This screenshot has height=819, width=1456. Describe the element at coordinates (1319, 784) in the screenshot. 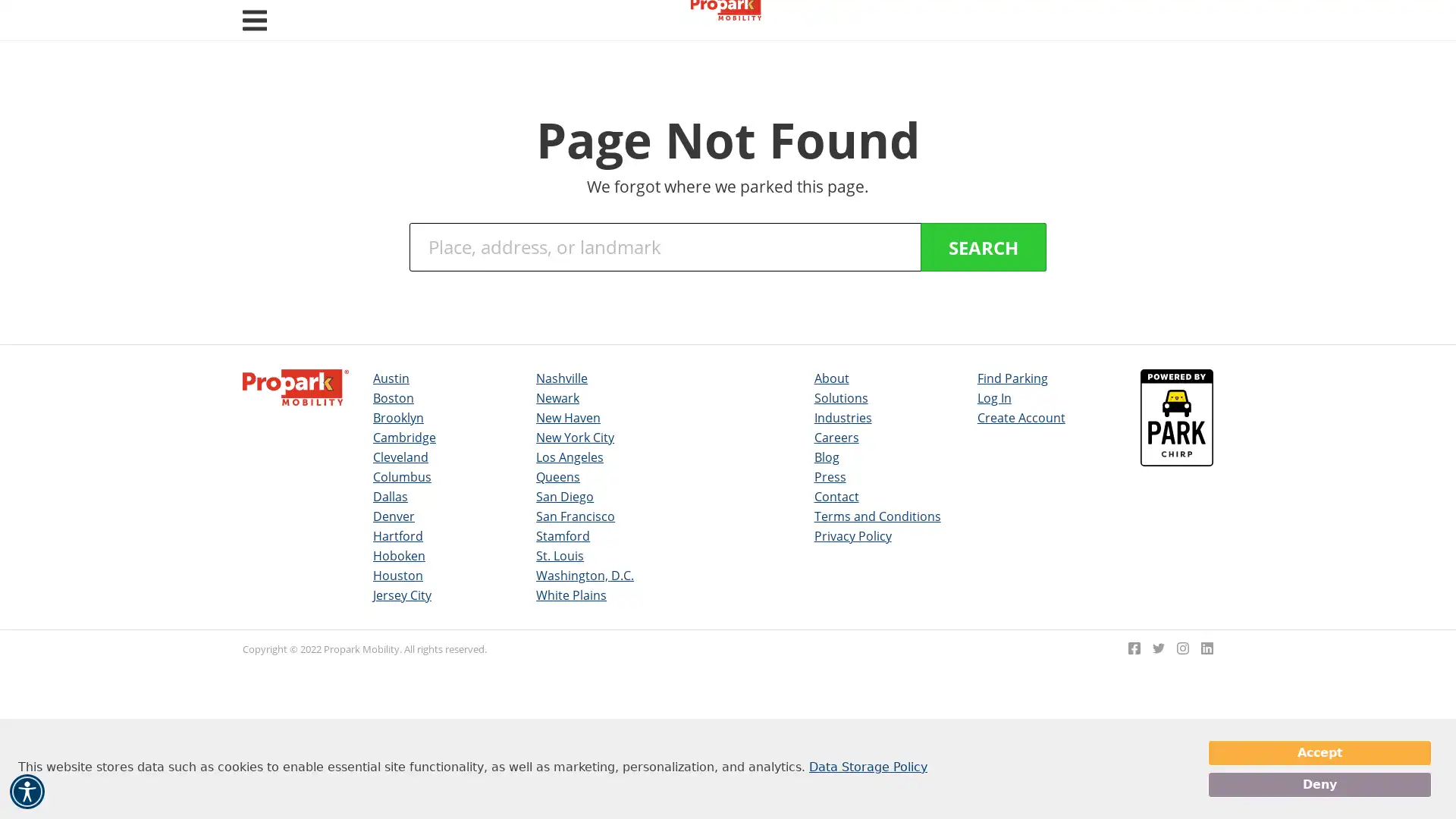

I see `Deny` at that location.